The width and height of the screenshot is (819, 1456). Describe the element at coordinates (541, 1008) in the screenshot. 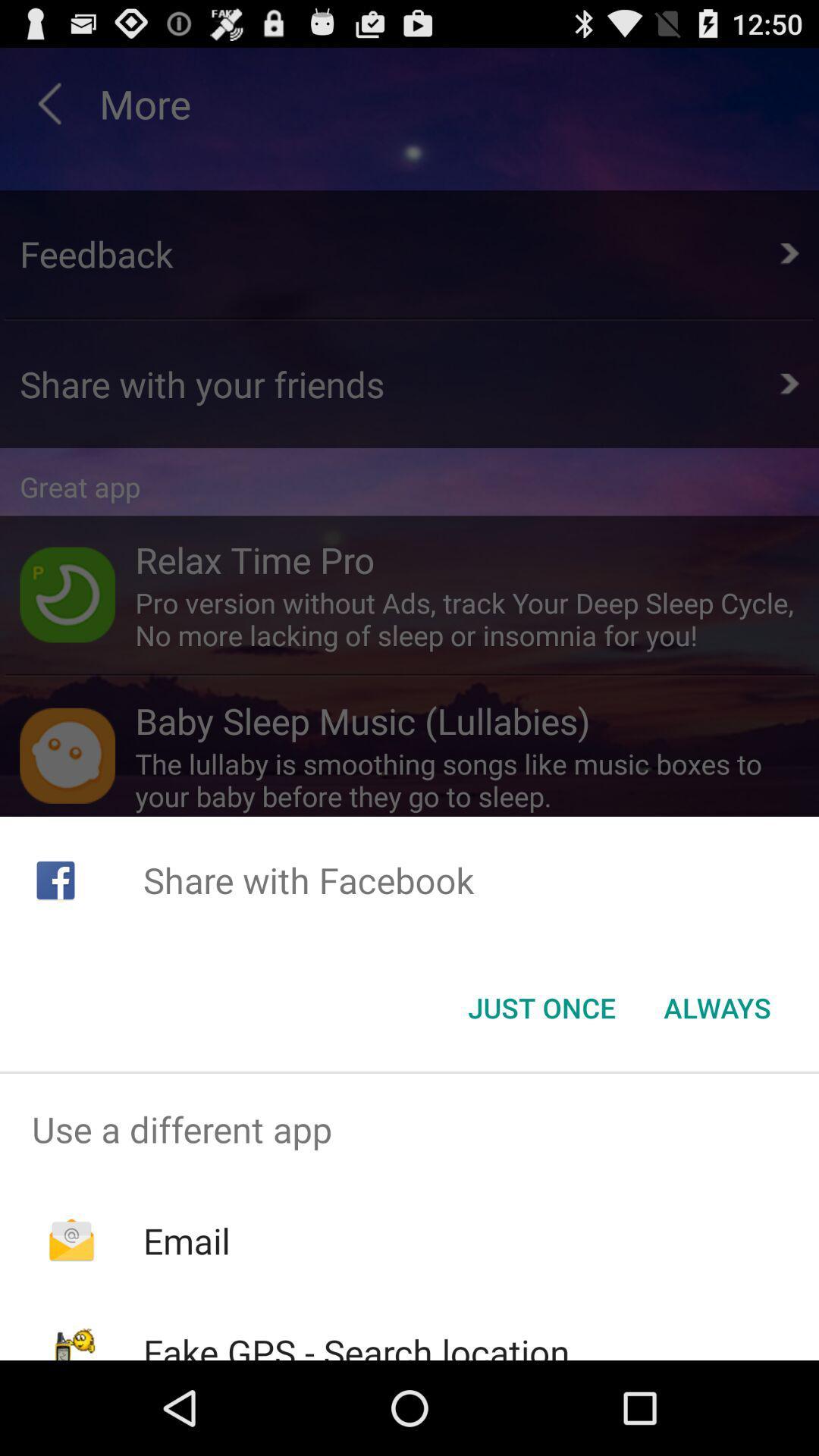

I see `the icon to the left of the always item` at that location.